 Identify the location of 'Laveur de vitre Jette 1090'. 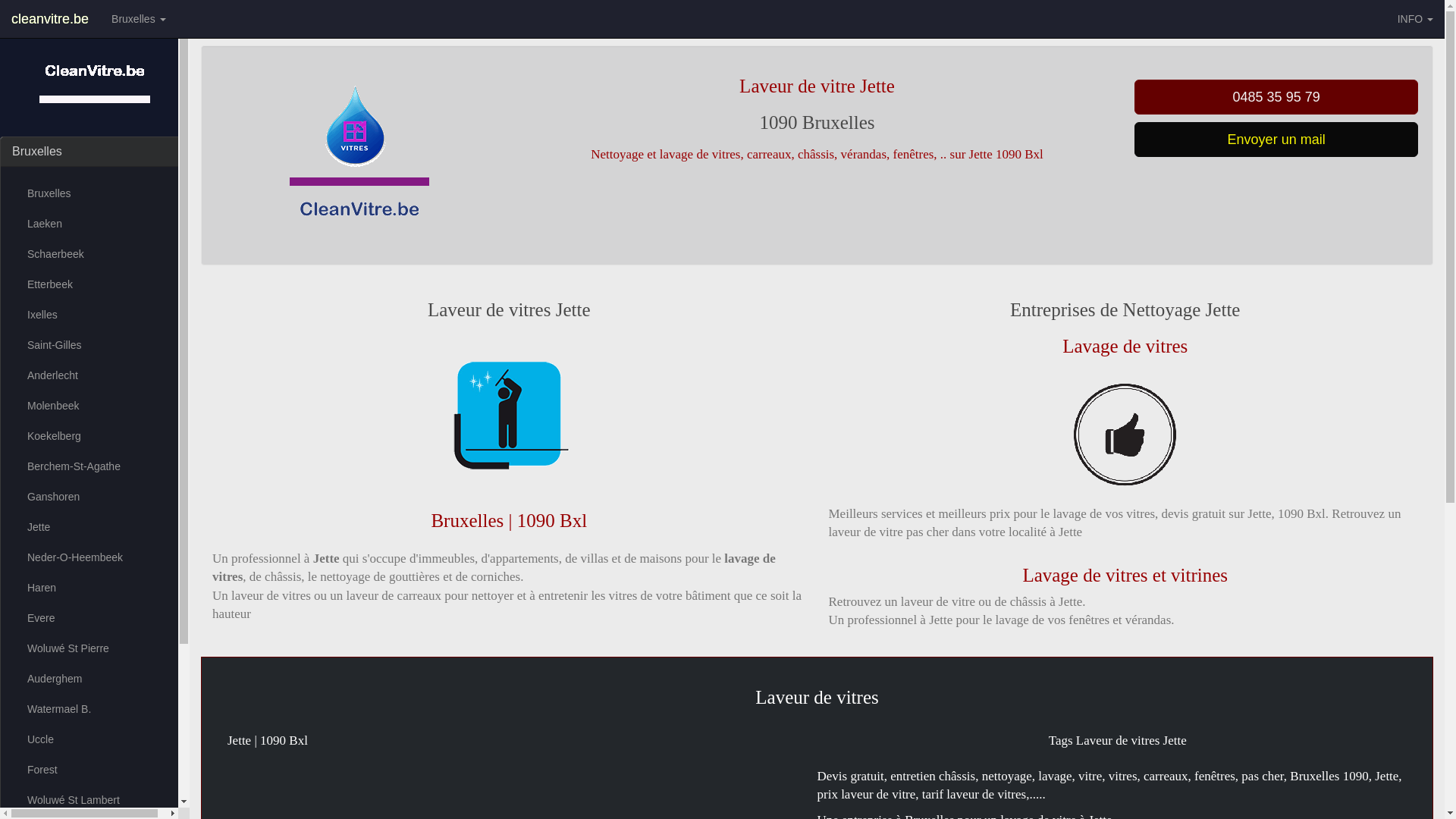
(509, 415).